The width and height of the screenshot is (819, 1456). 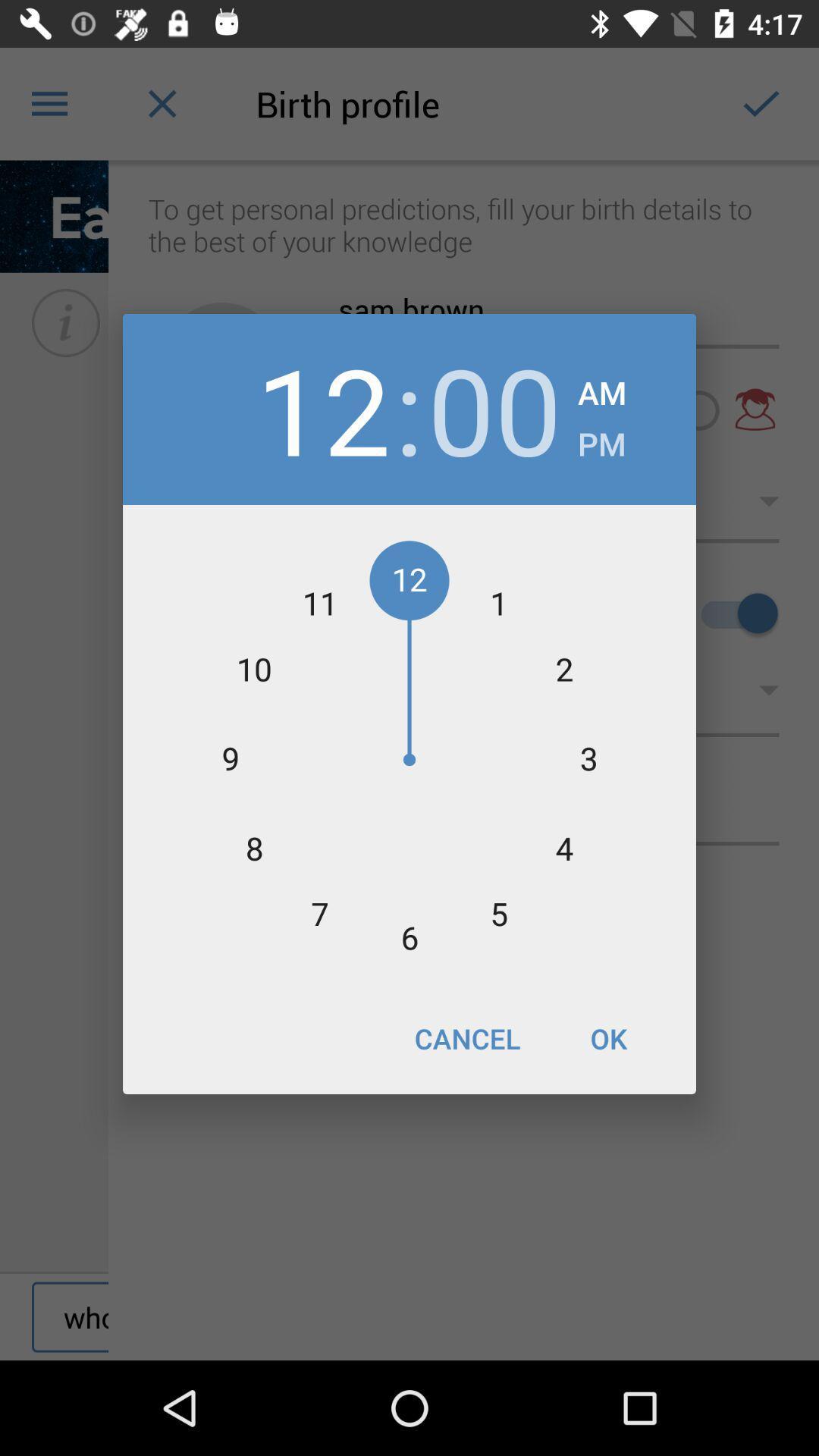 What do you see at coordinates (601, 388) in the screenshot?
I see `the am icon` at bounding box center [601, 388].